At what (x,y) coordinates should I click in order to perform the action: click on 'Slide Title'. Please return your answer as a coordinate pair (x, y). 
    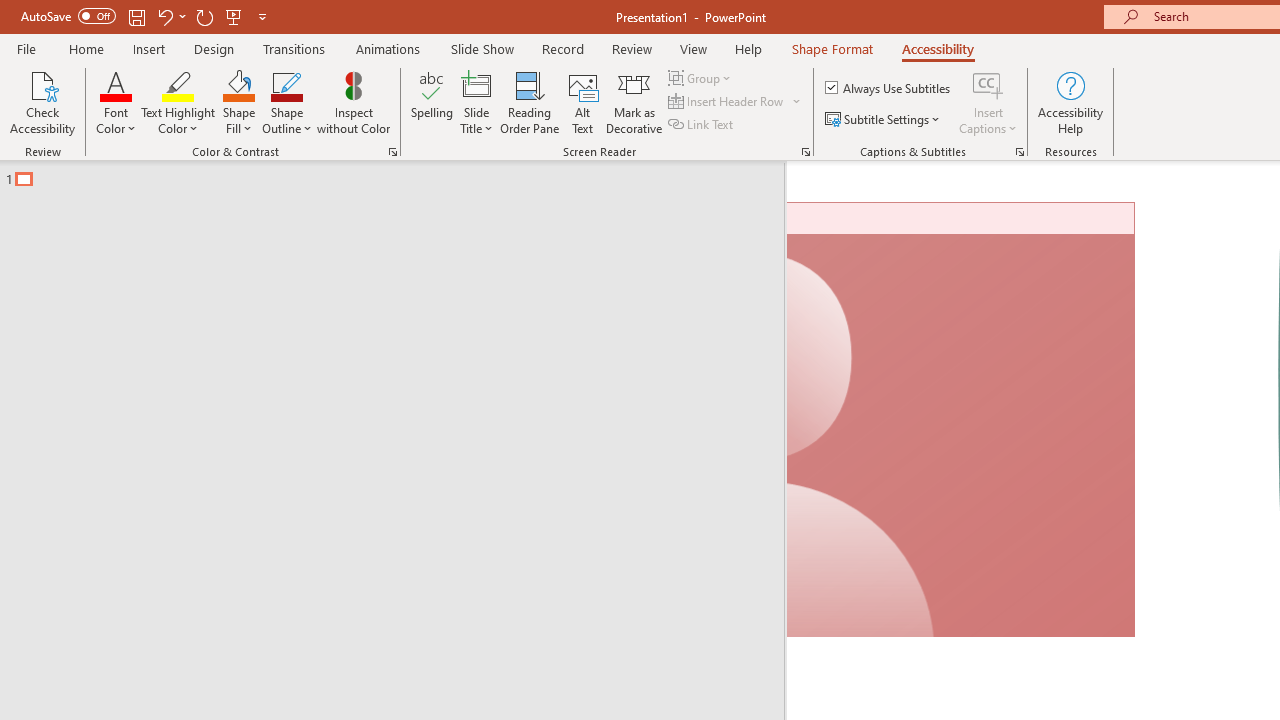
    Looking at the image, I should click on (475, 84).